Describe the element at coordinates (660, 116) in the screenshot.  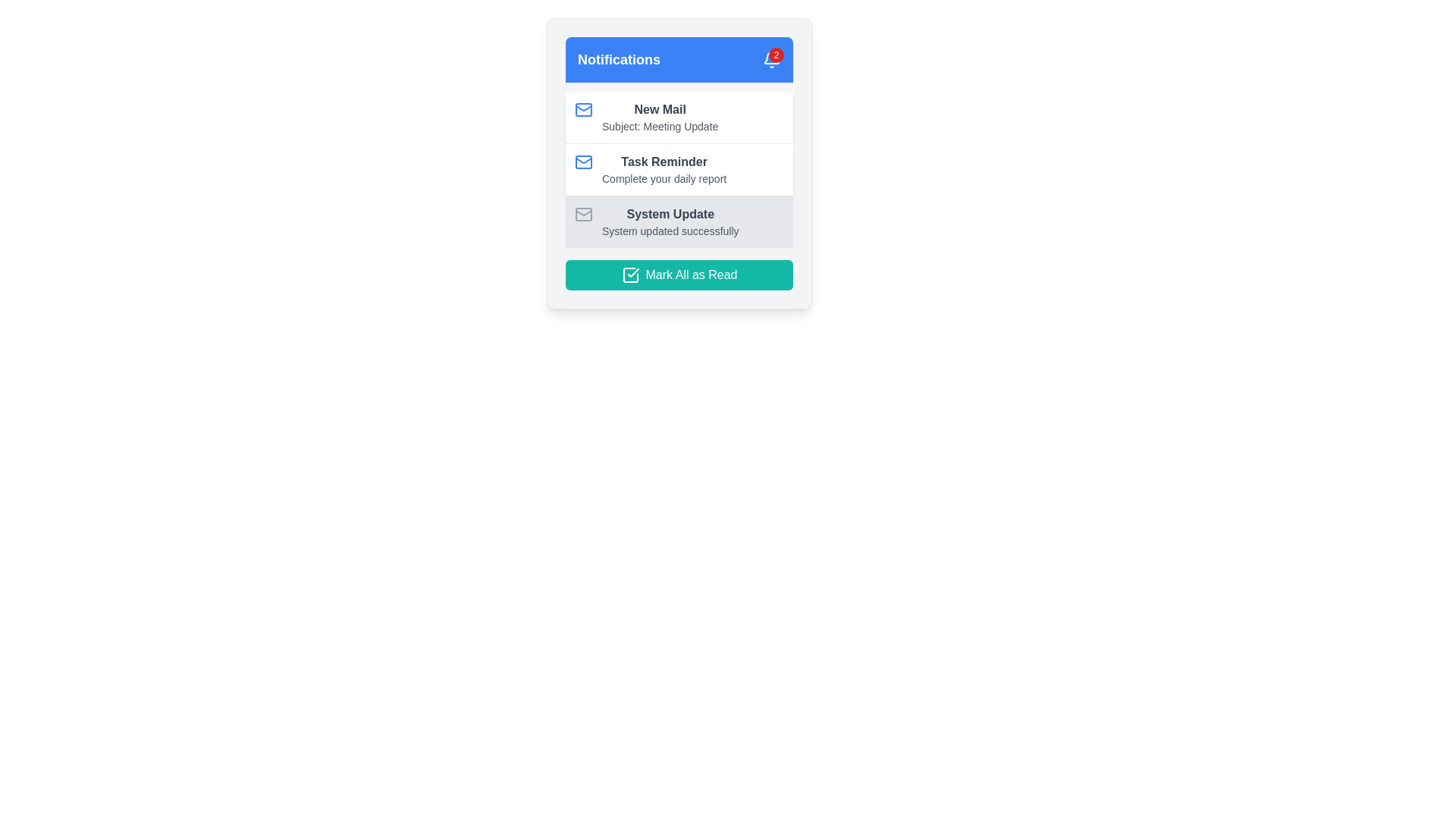
I see `details of the text block displaying the email notification summary located at the top of the notification card, adjacent to the blue email icon` at that location.